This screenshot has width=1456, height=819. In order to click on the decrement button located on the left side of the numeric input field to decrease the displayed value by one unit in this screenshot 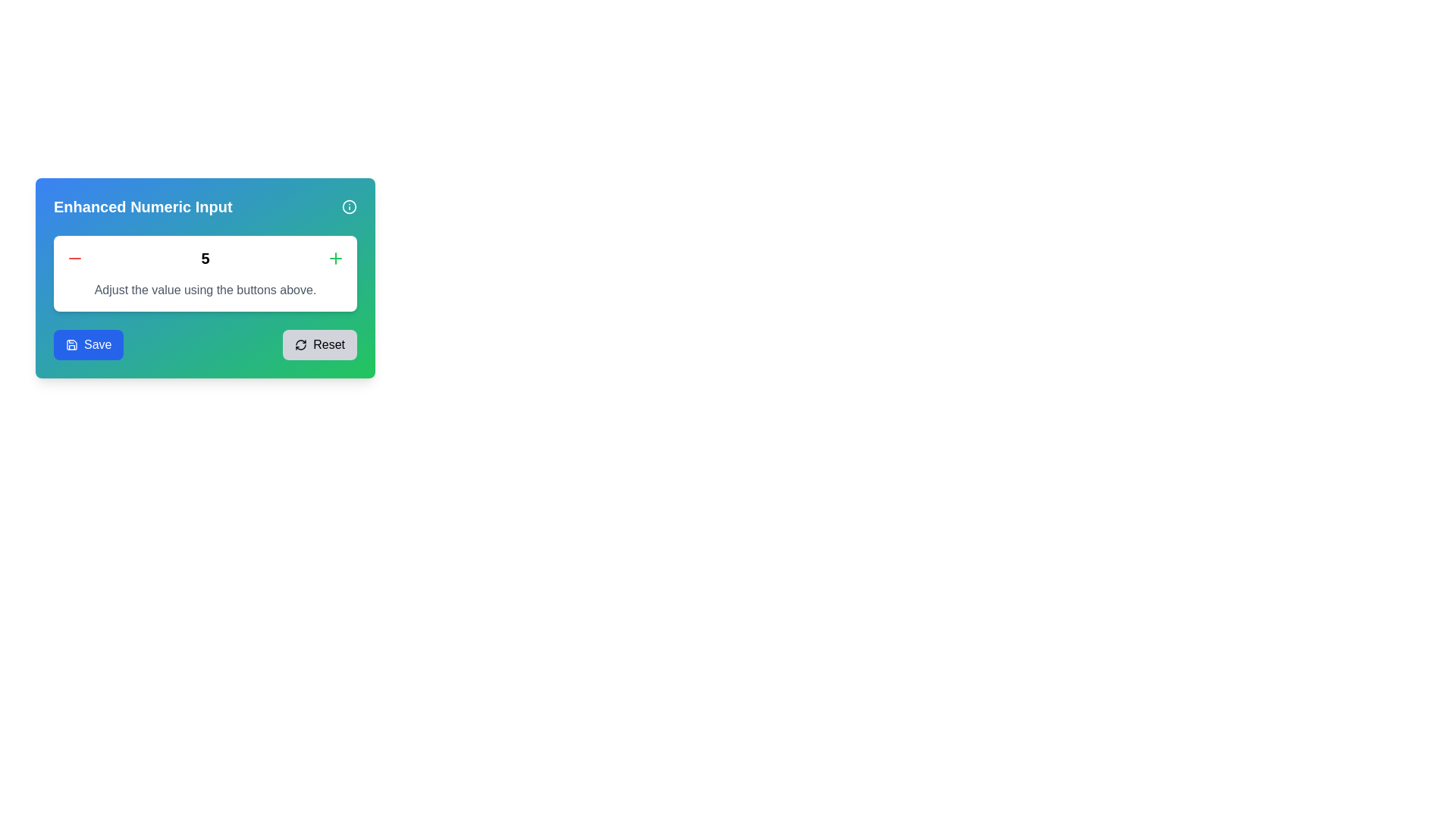, I will do `click(74, 257)`.